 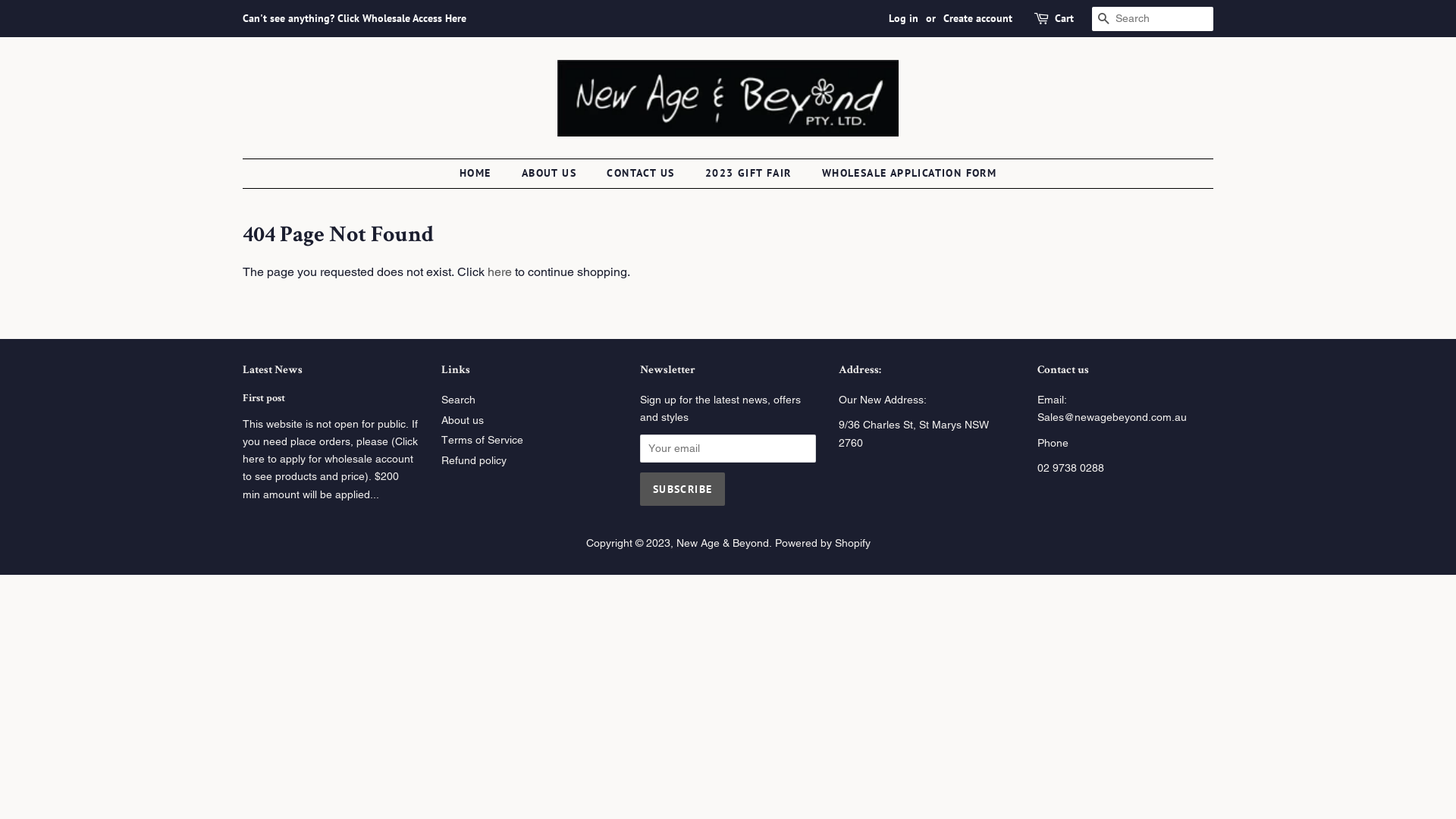 What do you see at coordinates (903, 17) in the screenshot?
I see `'Log in'` at bounding box center [903, 17].